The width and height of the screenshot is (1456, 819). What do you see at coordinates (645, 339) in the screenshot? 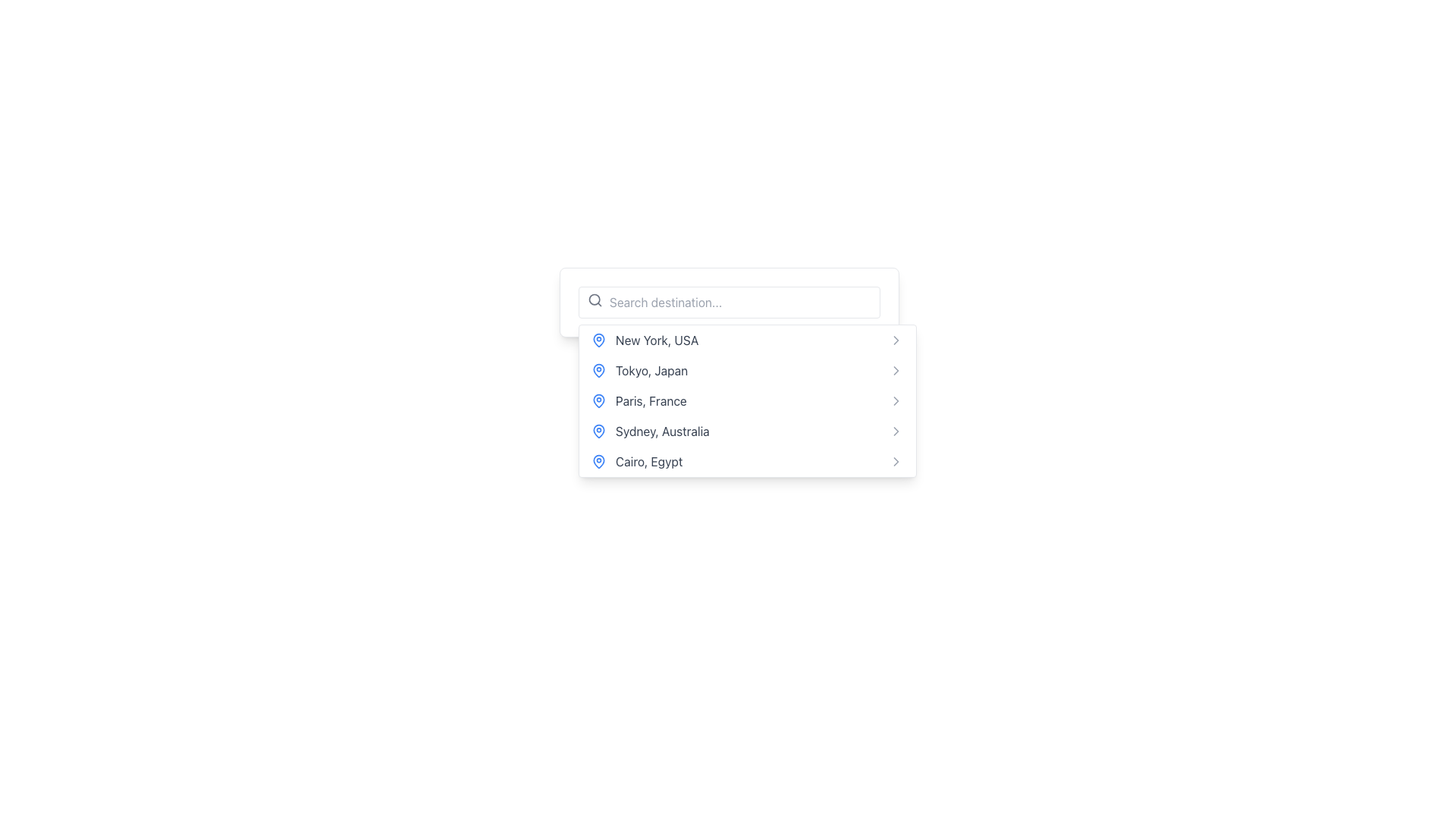
I see `the first selectable item in the dropdown list` at bounding box center [645, 339].